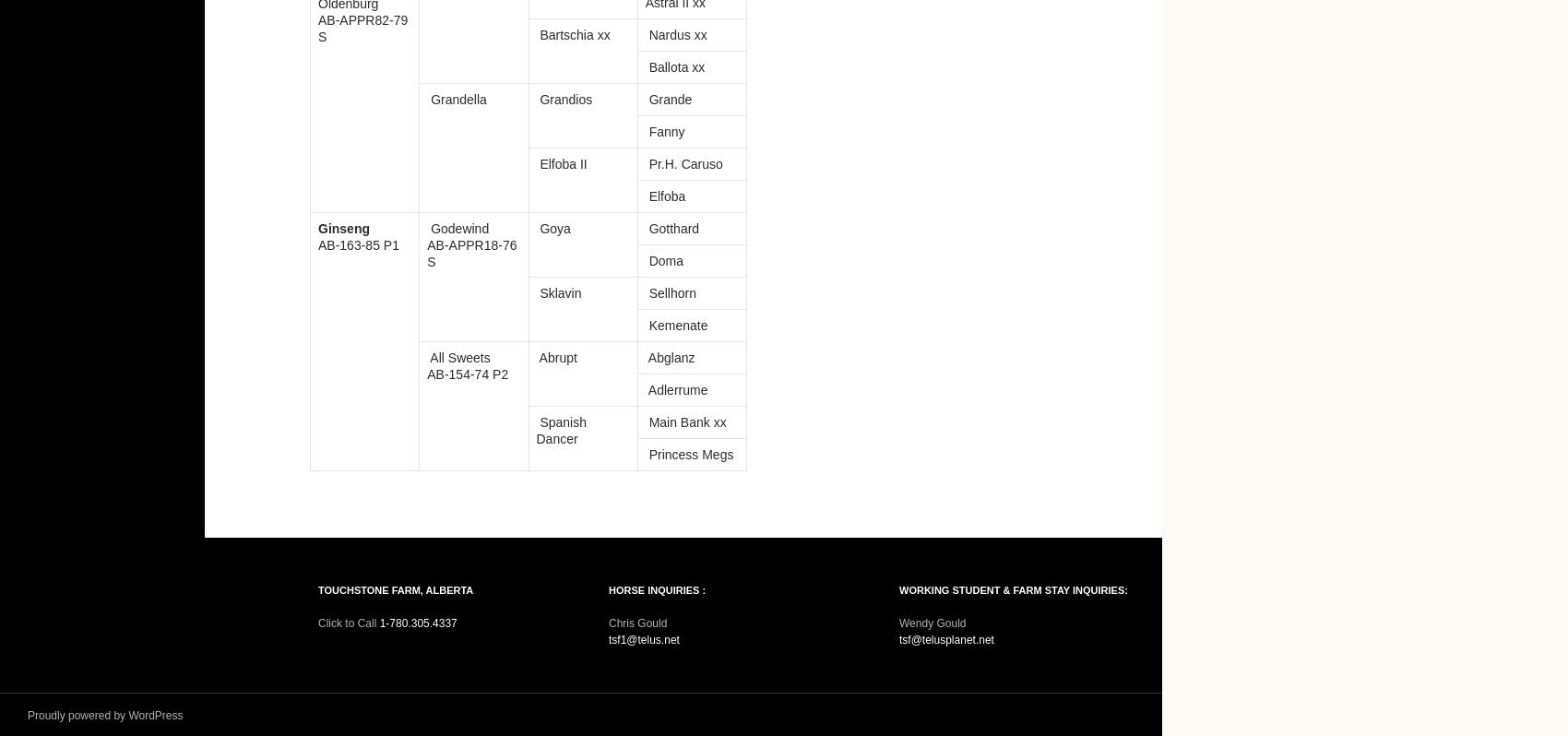  Describe the element at coordinates (657, 588) in the screenshot. I see `'Horse Inquiries :'` at that location.